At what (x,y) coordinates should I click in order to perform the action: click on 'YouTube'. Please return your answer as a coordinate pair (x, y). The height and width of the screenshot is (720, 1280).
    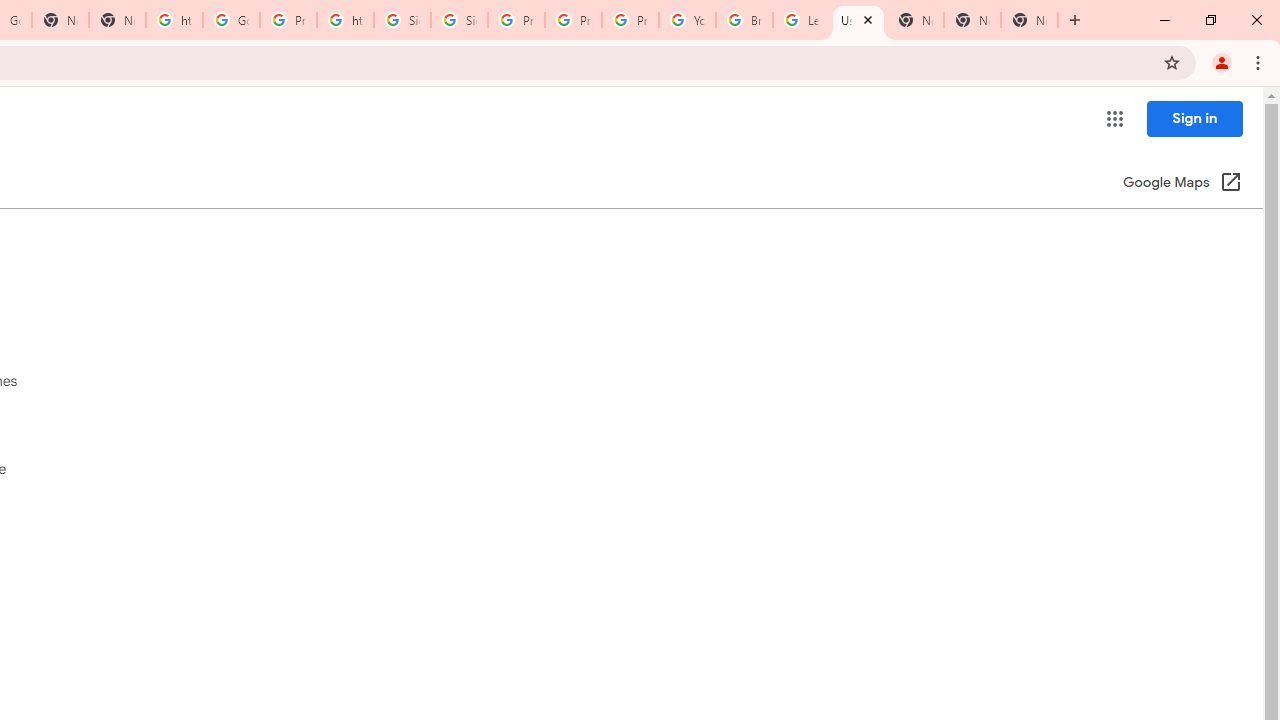
    Looking at the image, I should click on (687, 20).